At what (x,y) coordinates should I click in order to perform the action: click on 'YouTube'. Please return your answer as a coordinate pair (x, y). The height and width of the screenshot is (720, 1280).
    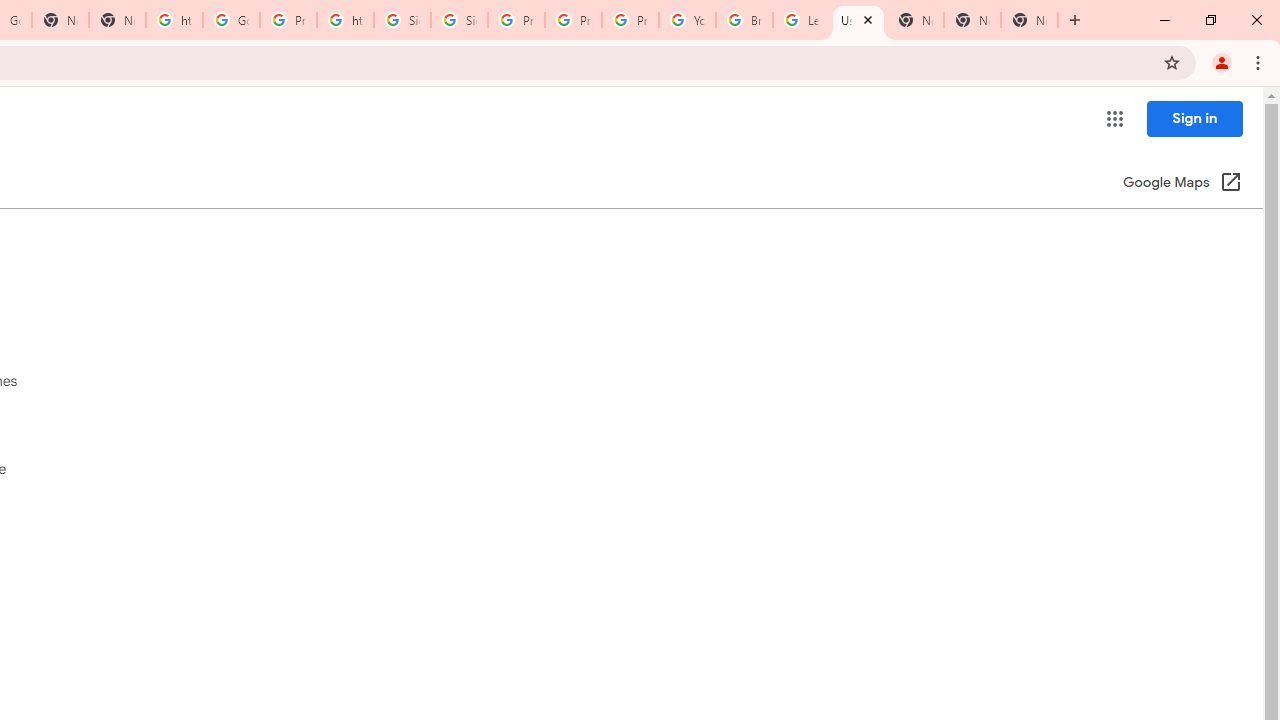
    Looking at the image, I should click on (687, 20).